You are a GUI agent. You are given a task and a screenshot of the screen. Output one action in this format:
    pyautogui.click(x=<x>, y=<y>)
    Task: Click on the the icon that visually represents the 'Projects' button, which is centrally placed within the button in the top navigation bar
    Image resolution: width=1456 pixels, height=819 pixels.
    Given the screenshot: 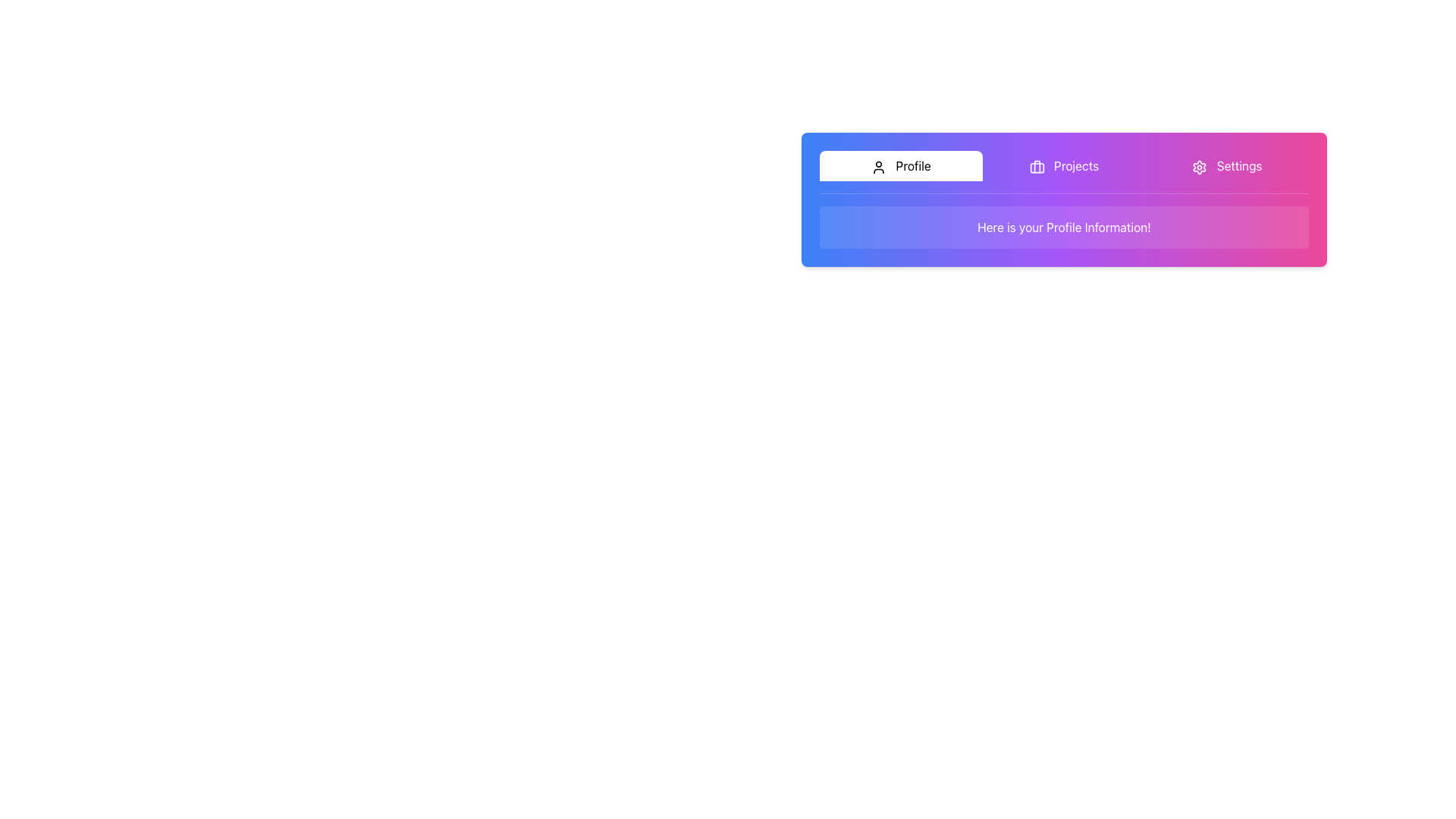 What is the action you would take?
    pyautogui.click(x=1036, y=167)
    